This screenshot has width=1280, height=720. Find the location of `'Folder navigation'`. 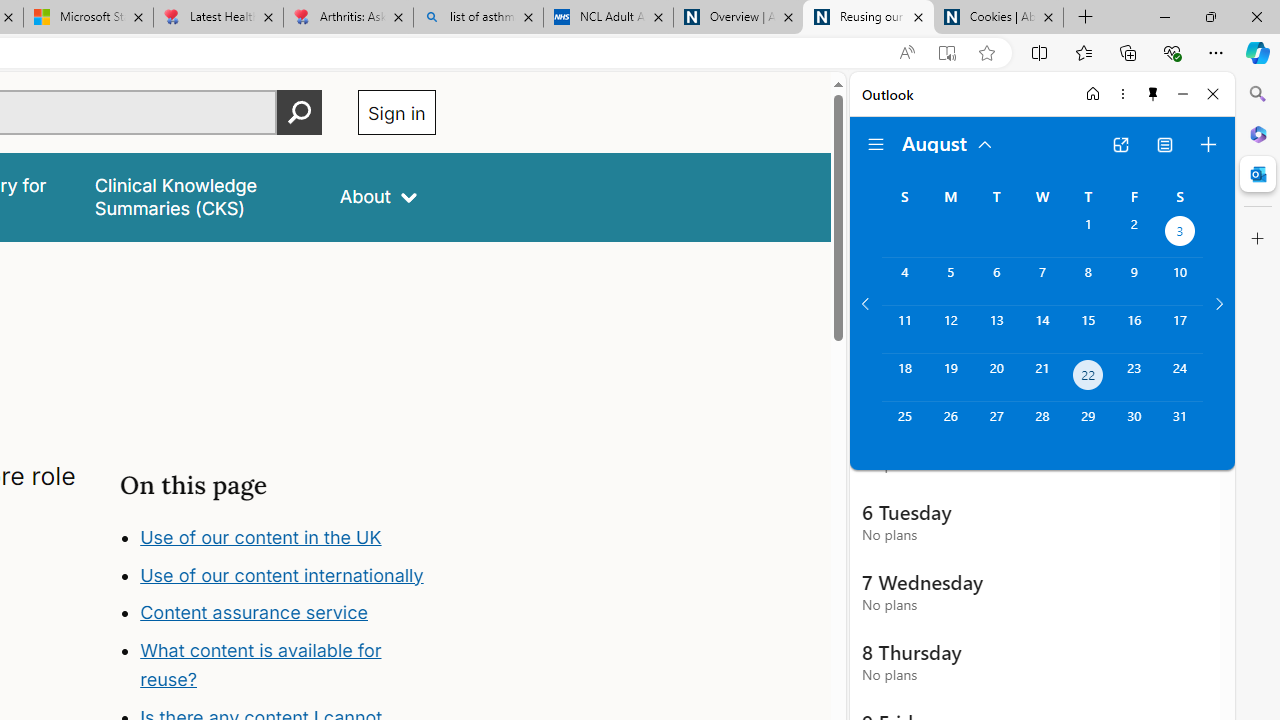

'Folder navigation' is located at coordinates (876, 144).